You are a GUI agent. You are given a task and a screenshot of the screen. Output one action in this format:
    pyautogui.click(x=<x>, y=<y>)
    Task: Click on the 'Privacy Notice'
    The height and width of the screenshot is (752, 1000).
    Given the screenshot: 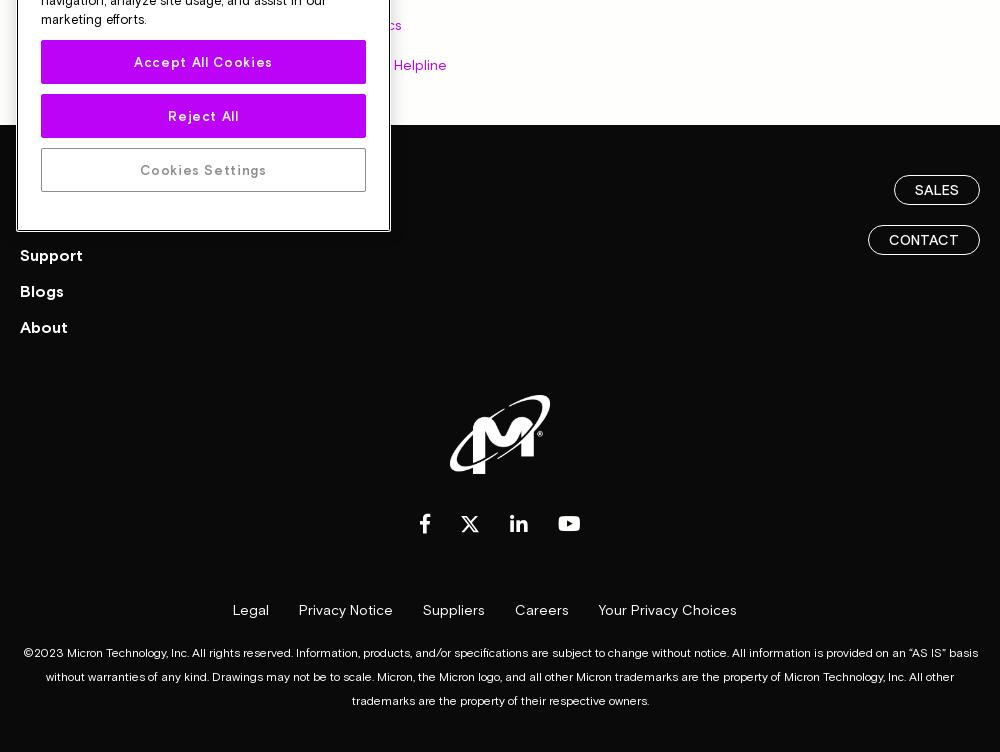 What is the action you would take?
    pyautogui.click(x=345, y=608)
    